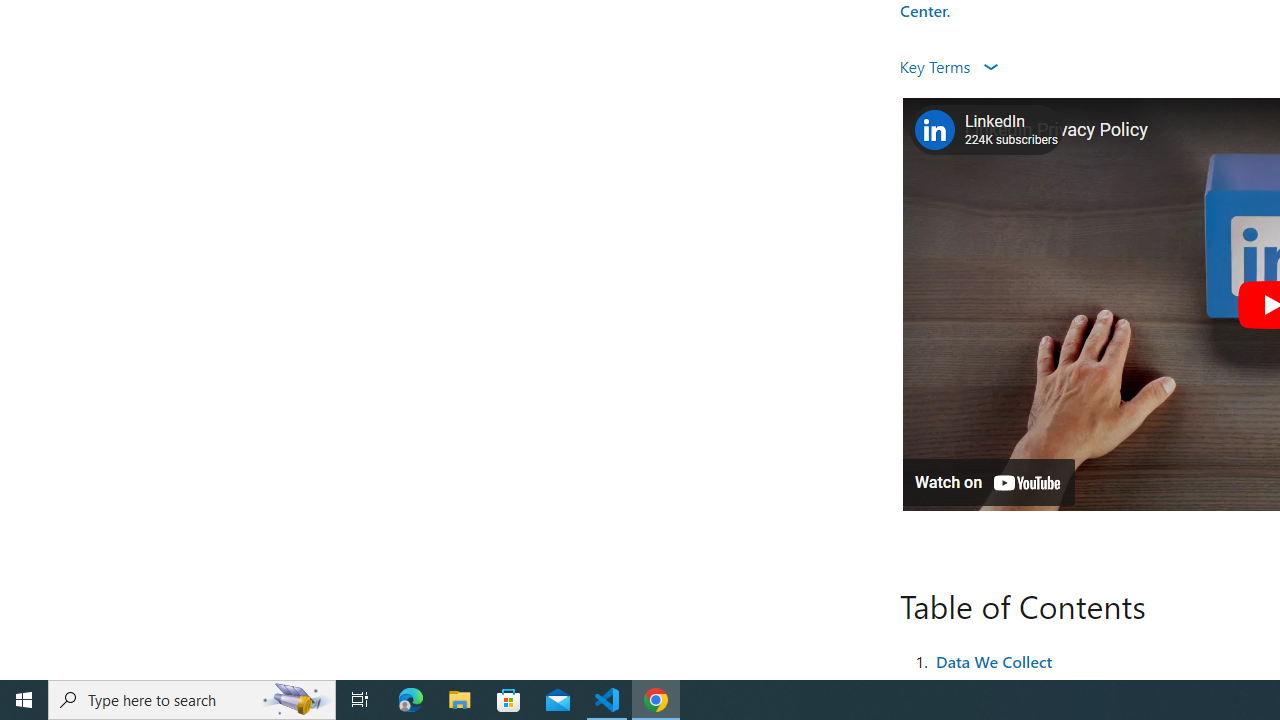  I want to click on 'Photo image of LinkedIn', so click(933, 129).